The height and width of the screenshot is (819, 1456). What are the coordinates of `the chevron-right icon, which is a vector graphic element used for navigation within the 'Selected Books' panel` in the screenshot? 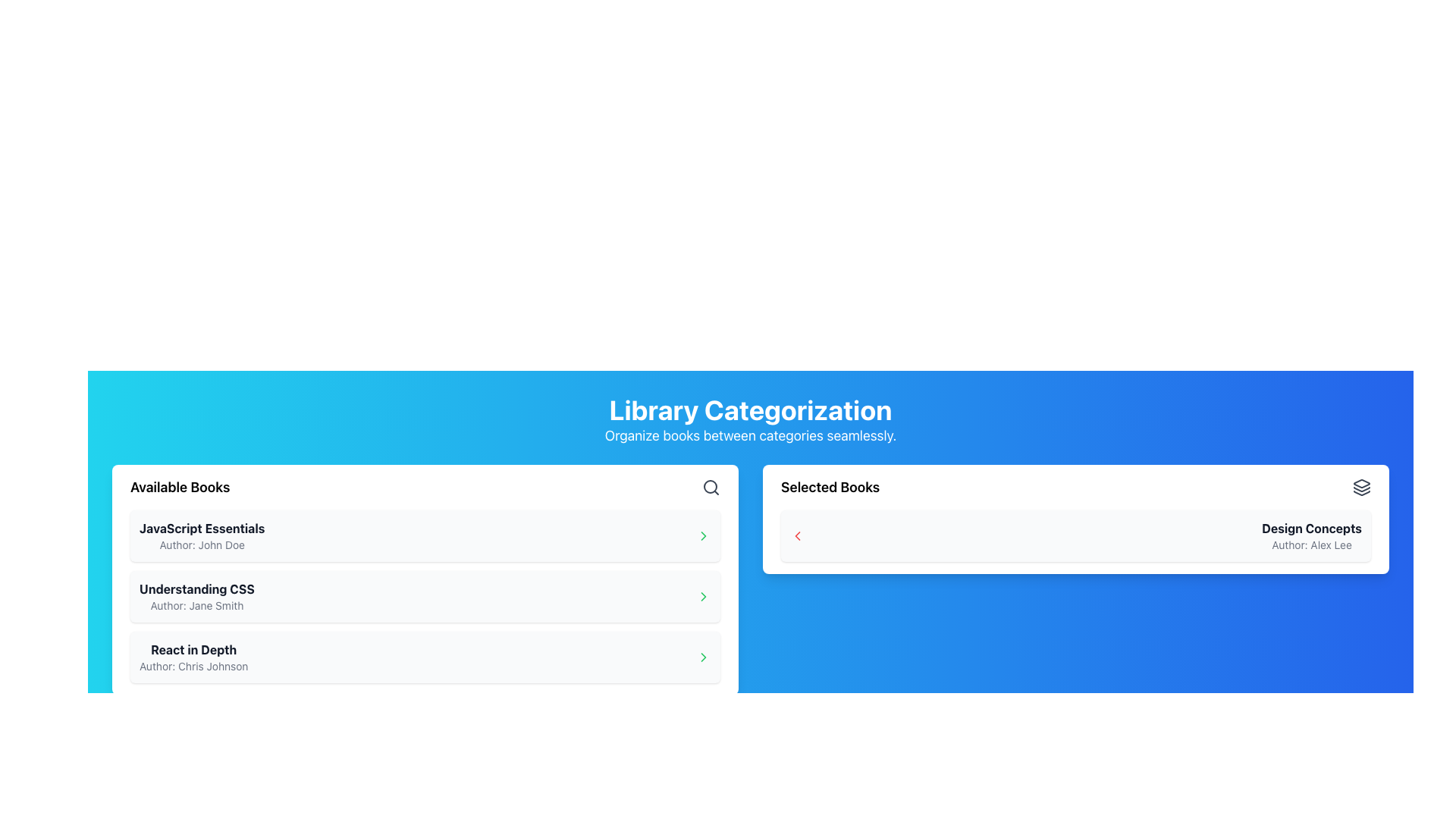 It's located at (702, 657).